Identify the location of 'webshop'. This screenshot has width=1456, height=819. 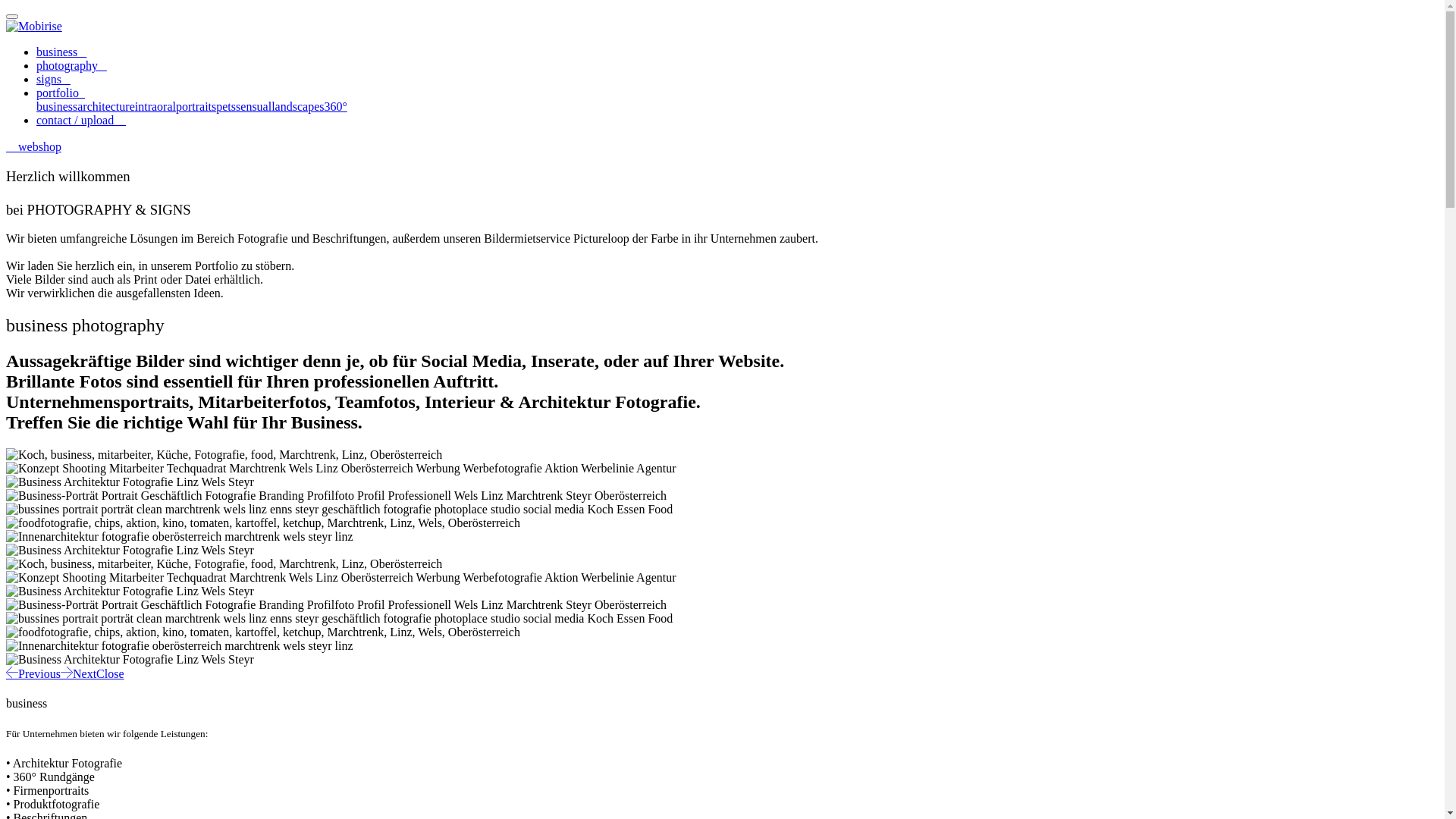
(33, 146).